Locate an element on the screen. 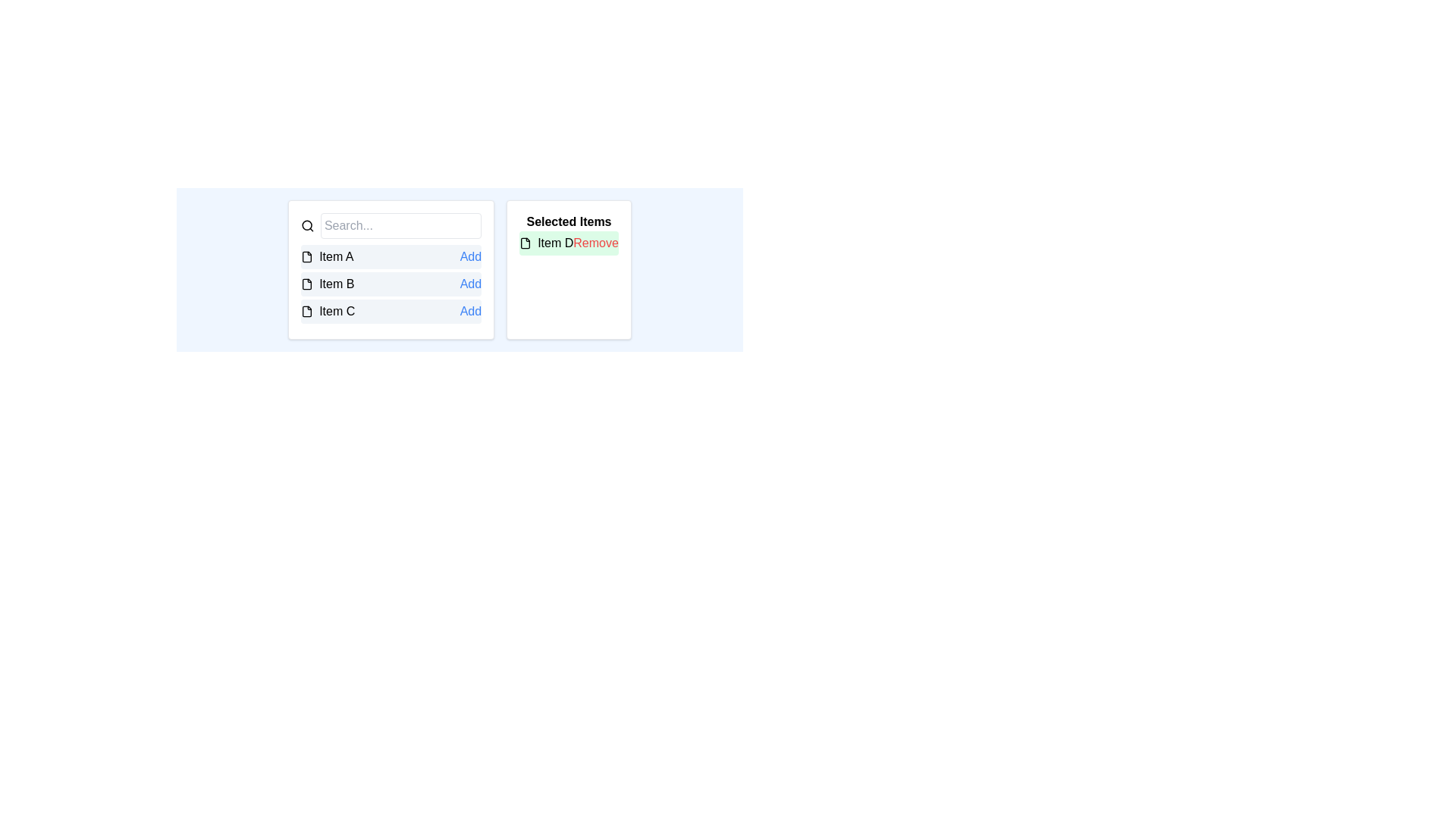  the graphical icon representing a 'file' type located to the left of 'Item A' in the left panel of the interface is located at coordinates (306, 256).